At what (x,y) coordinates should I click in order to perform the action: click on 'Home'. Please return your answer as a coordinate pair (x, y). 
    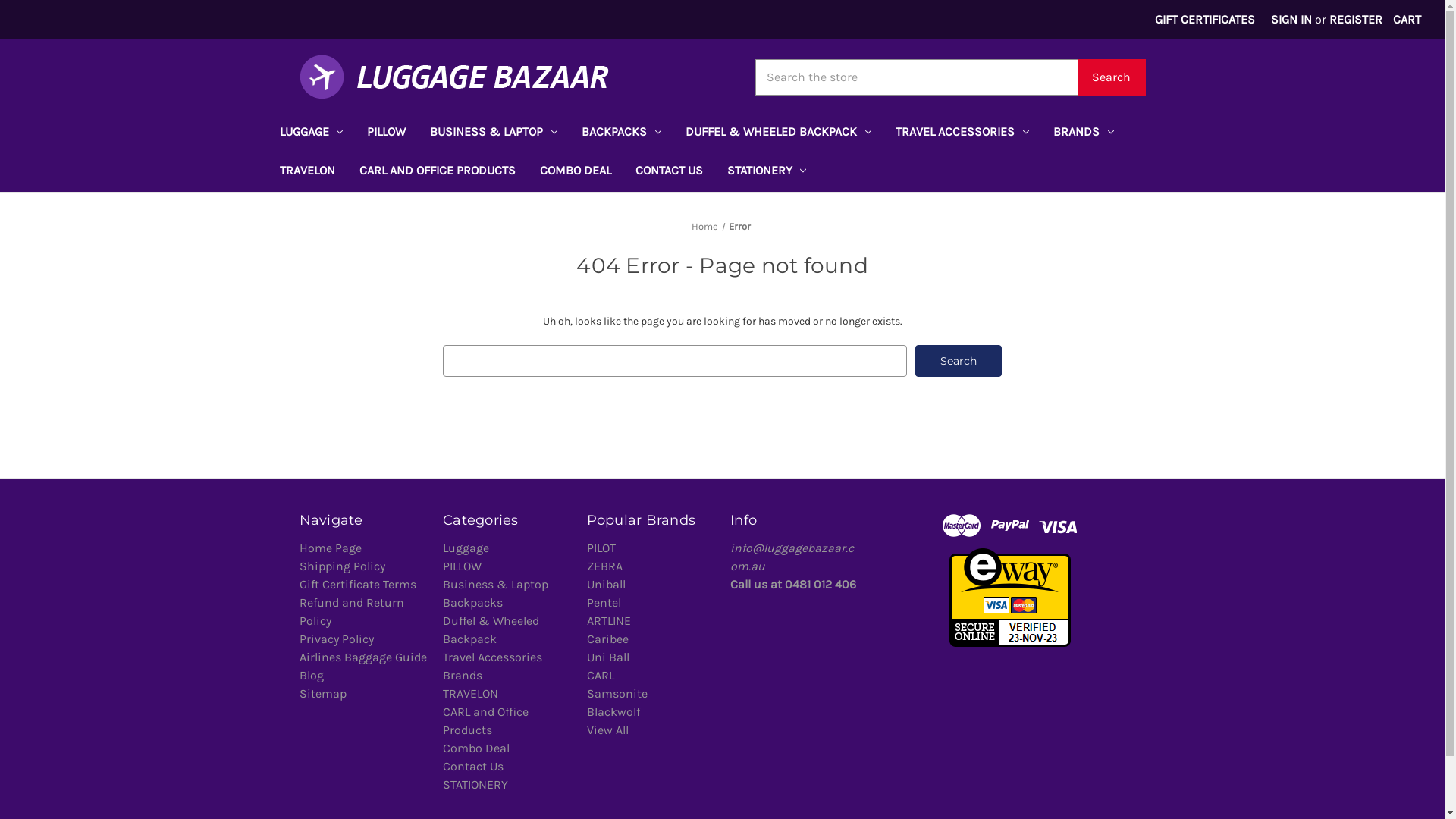
    Looking at the image, I should click on (704, 226).